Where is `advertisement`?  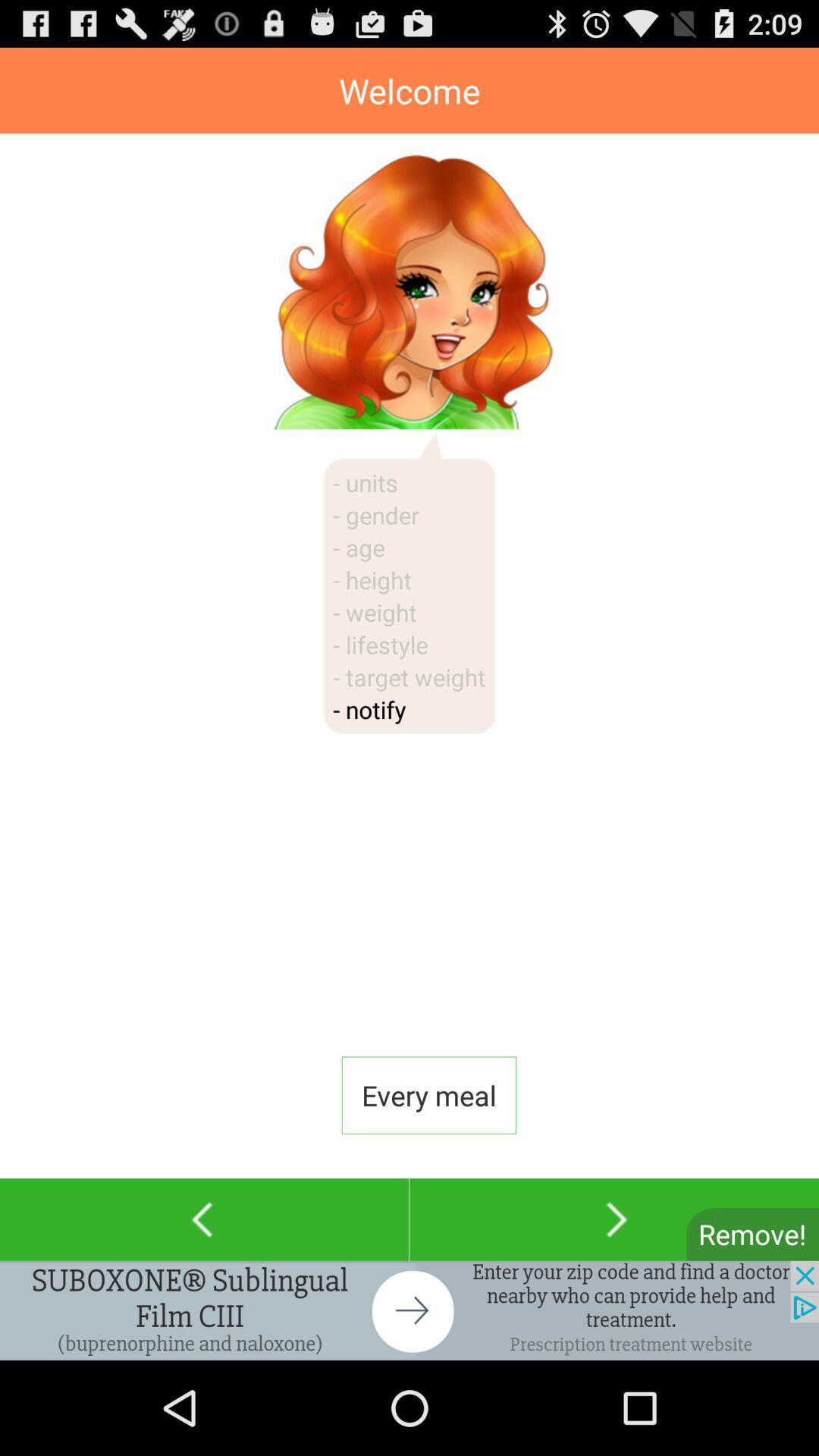 advertisement is located at coordinates (409, 1310).